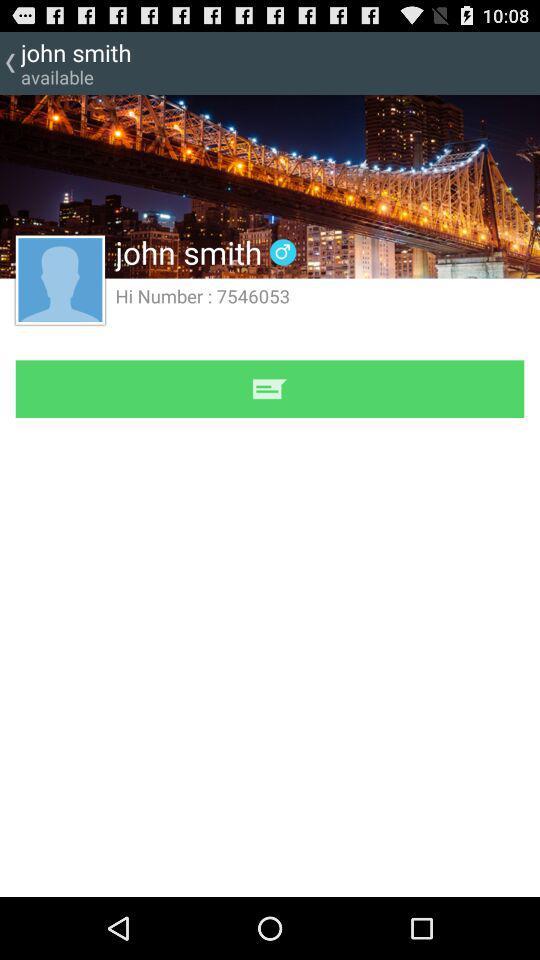 The height and width of the screenshot is (960, 540). I want to click on icon below the available item, so click(60, 278).